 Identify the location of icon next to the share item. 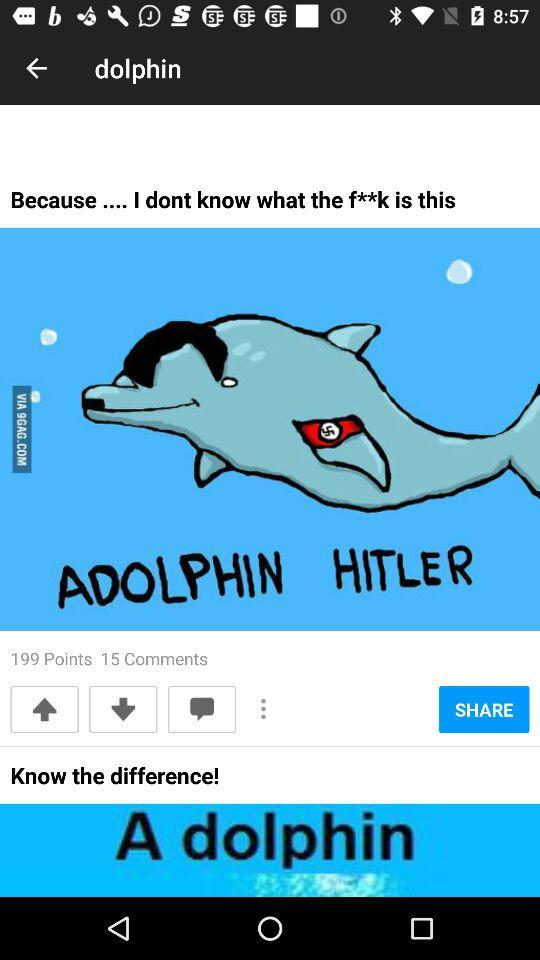
(263, 709).